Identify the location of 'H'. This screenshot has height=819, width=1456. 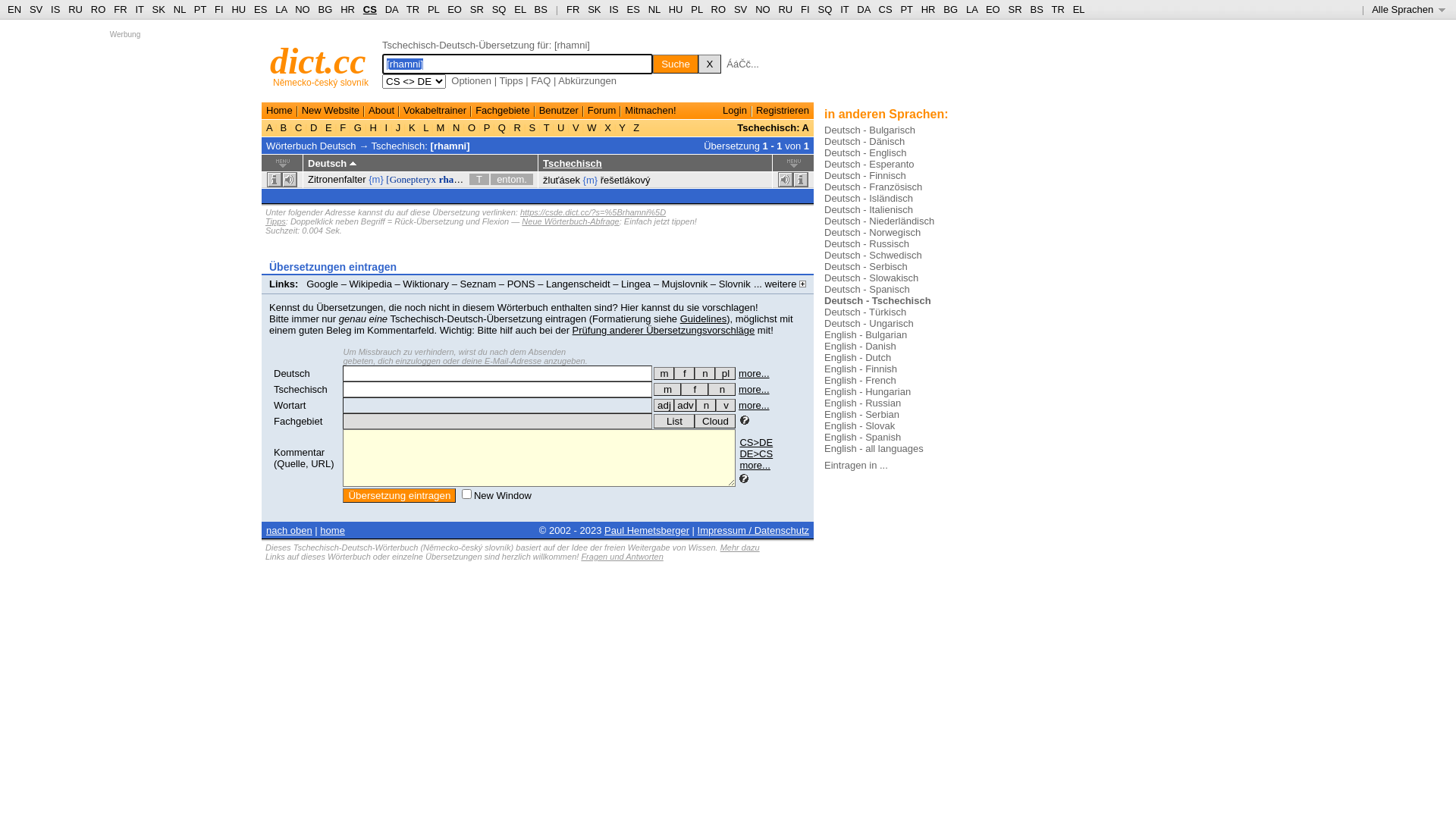
(367, 127).